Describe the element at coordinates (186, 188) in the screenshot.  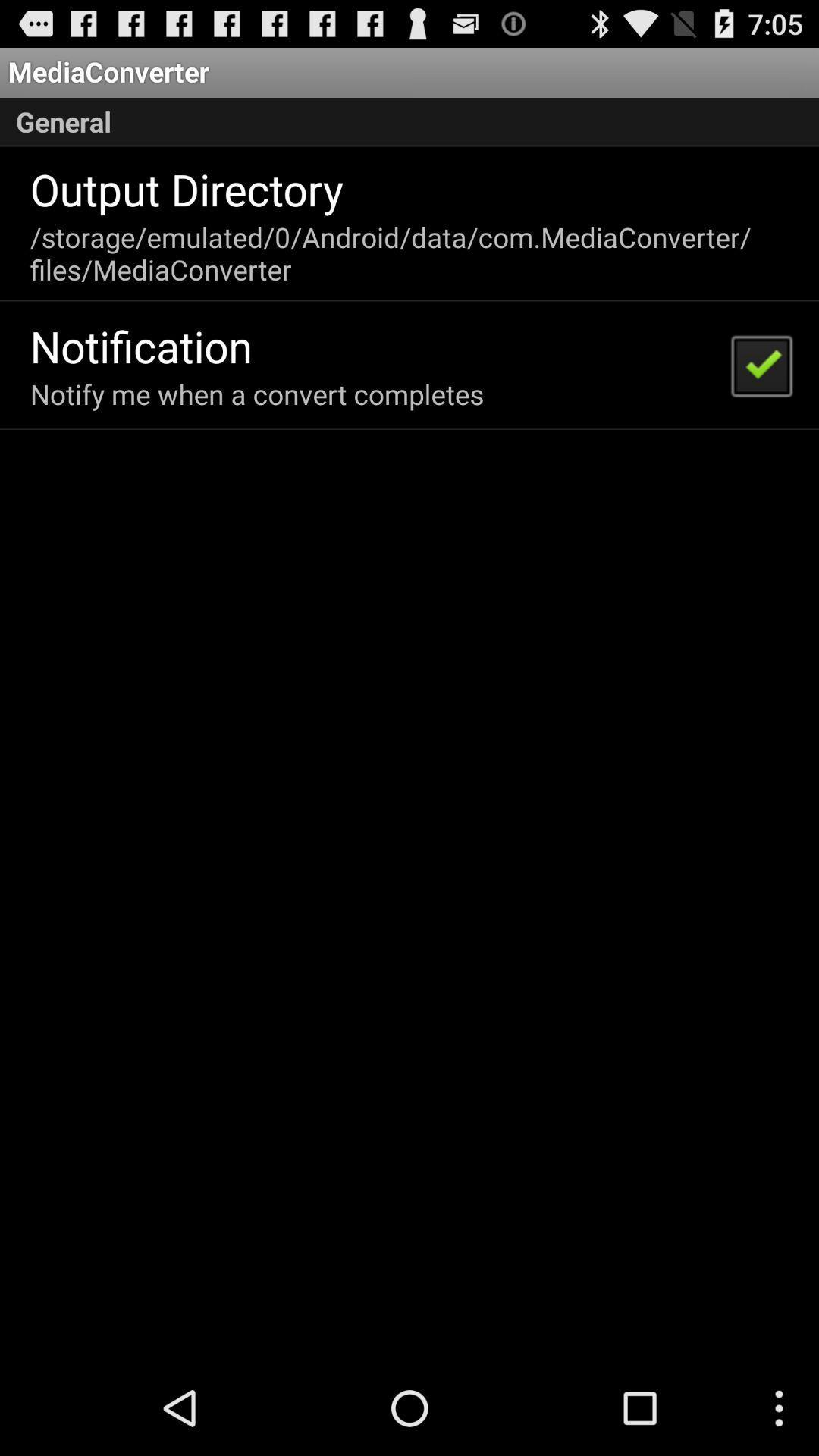
I see `icon below the general` at that location.